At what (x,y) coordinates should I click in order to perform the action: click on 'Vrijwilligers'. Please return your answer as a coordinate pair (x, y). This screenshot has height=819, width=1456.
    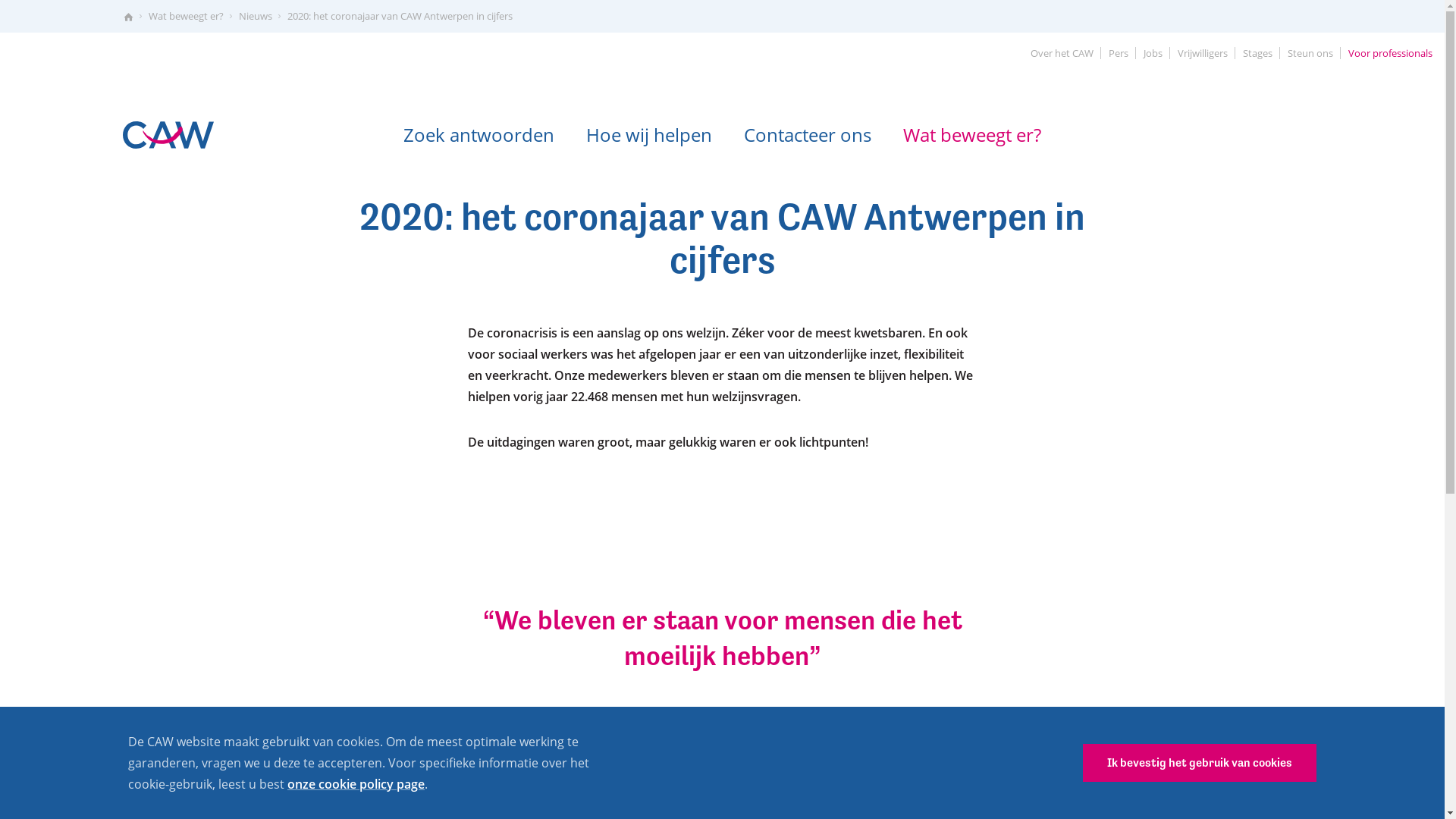
    Looking at the image, I should click on (1201, 52).